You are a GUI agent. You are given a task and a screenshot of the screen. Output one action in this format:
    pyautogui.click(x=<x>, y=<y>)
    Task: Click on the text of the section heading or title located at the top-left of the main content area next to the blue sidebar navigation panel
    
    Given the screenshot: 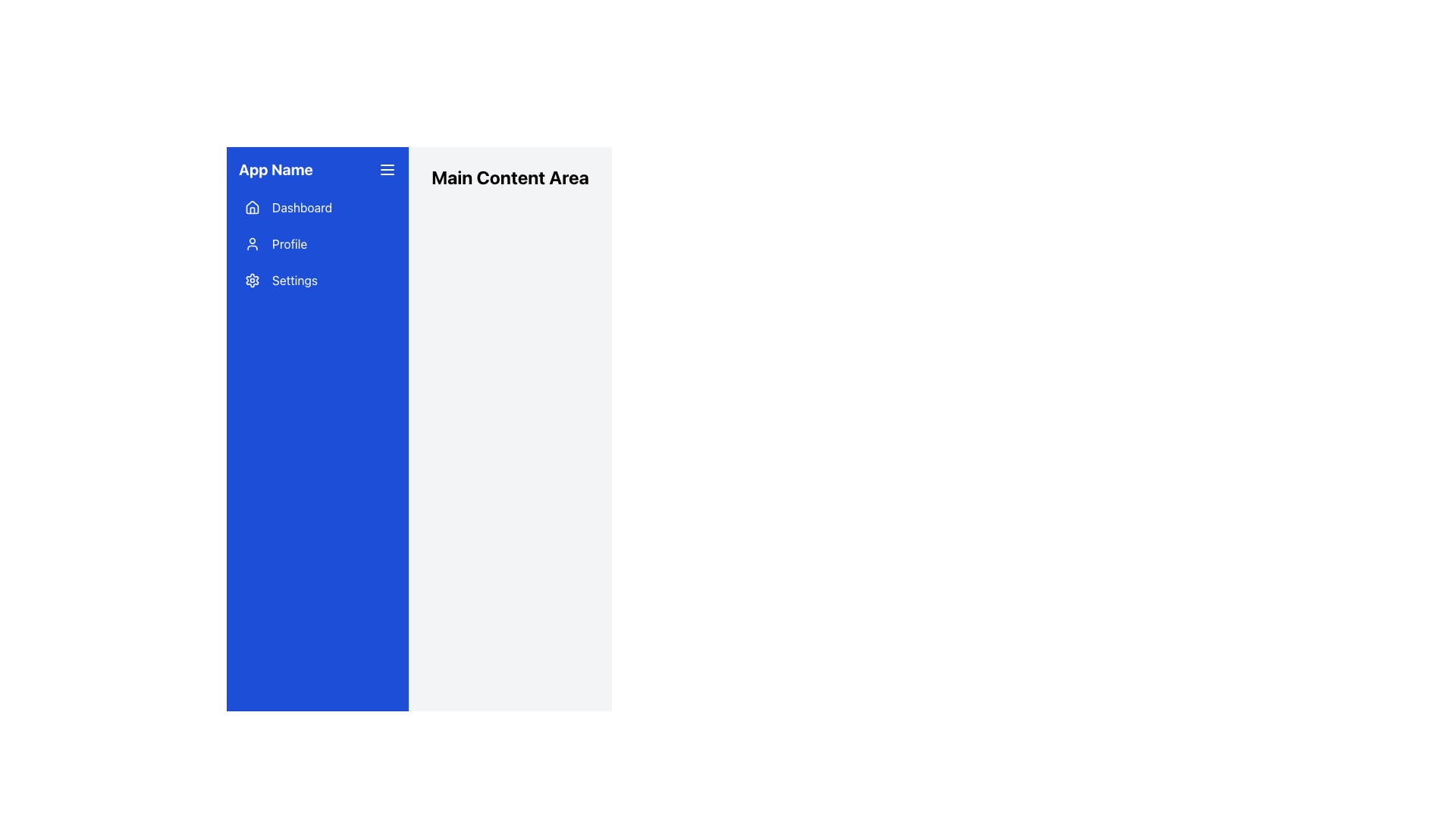 What is the action you would take?
    pyautogui.click(x=510, y=177)
    